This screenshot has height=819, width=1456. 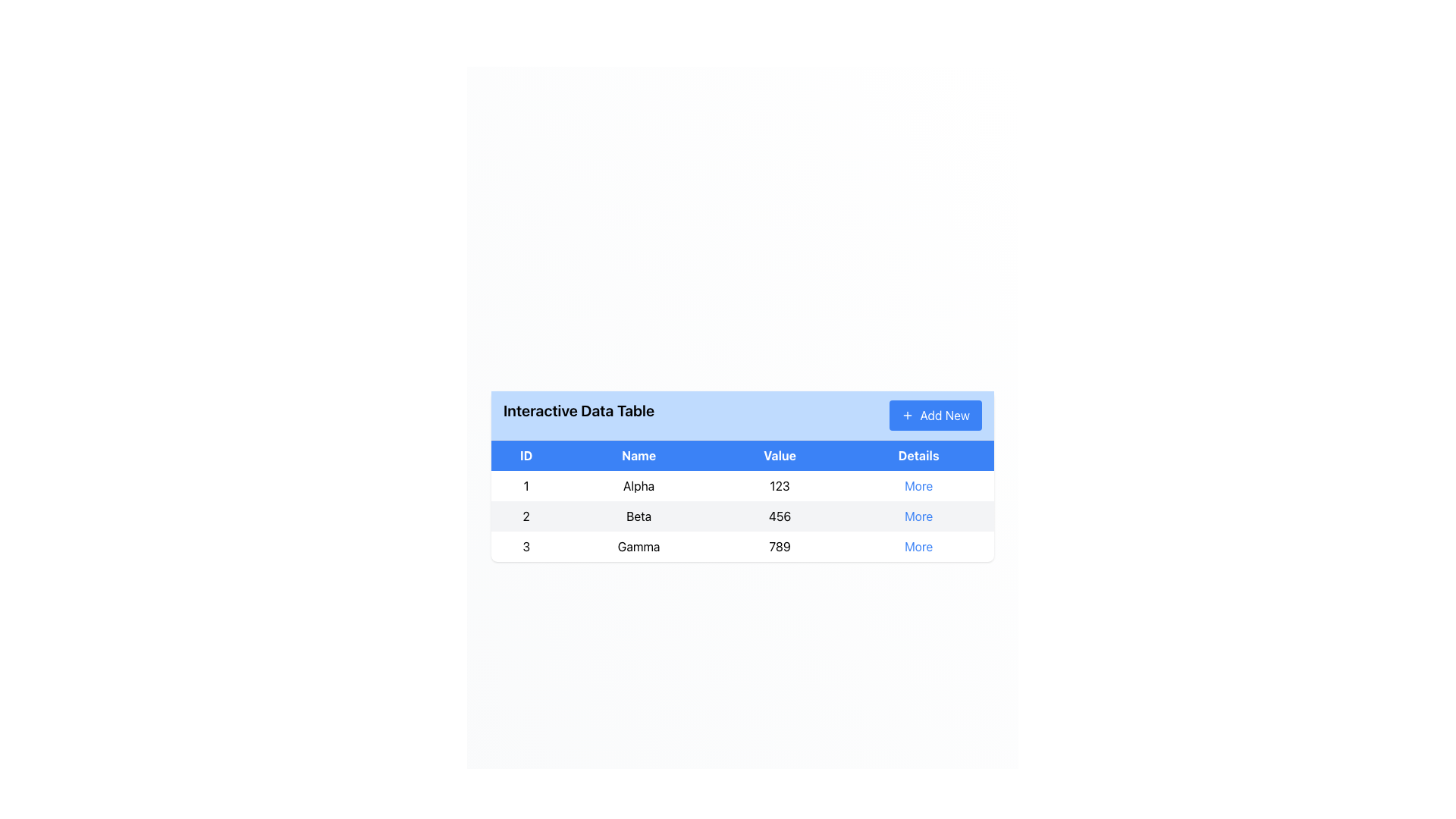 I want to click on the Text Label element displaying 'Details' which is located at the rightmost position in the header of the data table, so click(x=918, y=454).